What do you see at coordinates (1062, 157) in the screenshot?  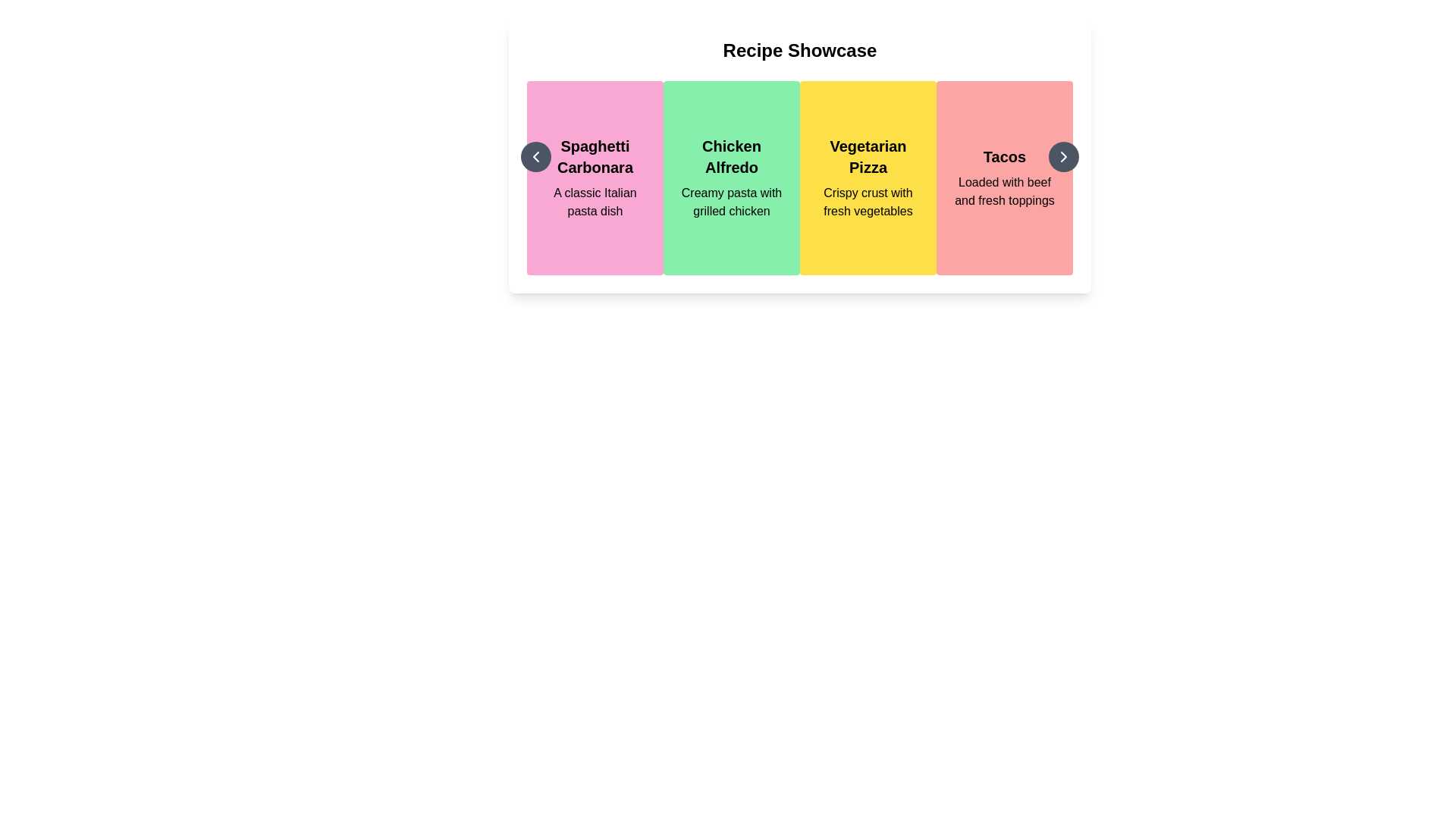 I see `the right arrow indicator icon located within the SVG group` at bounding box center [1062, 157].